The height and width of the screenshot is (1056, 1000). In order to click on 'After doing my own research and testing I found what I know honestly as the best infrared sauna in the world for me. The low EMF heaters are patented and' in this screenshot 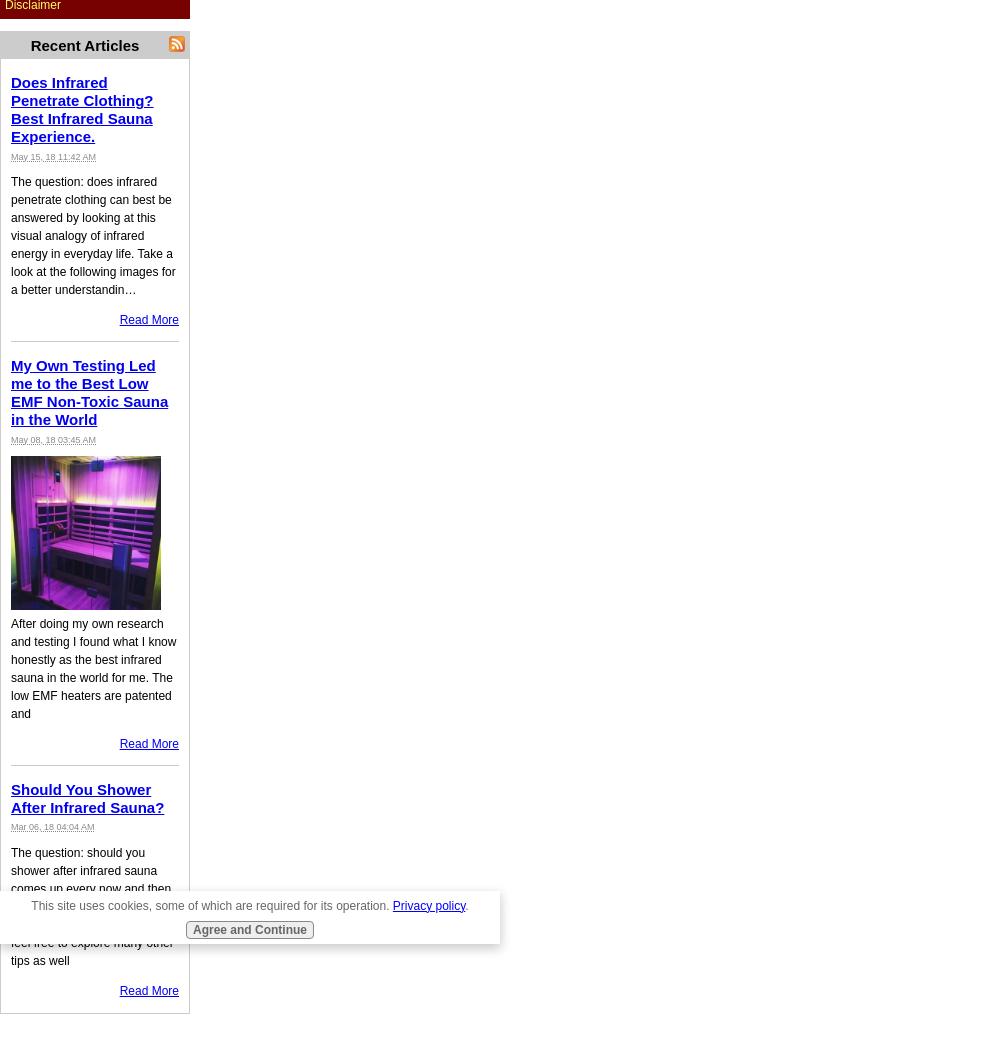, I will do `click(92, 668)`.